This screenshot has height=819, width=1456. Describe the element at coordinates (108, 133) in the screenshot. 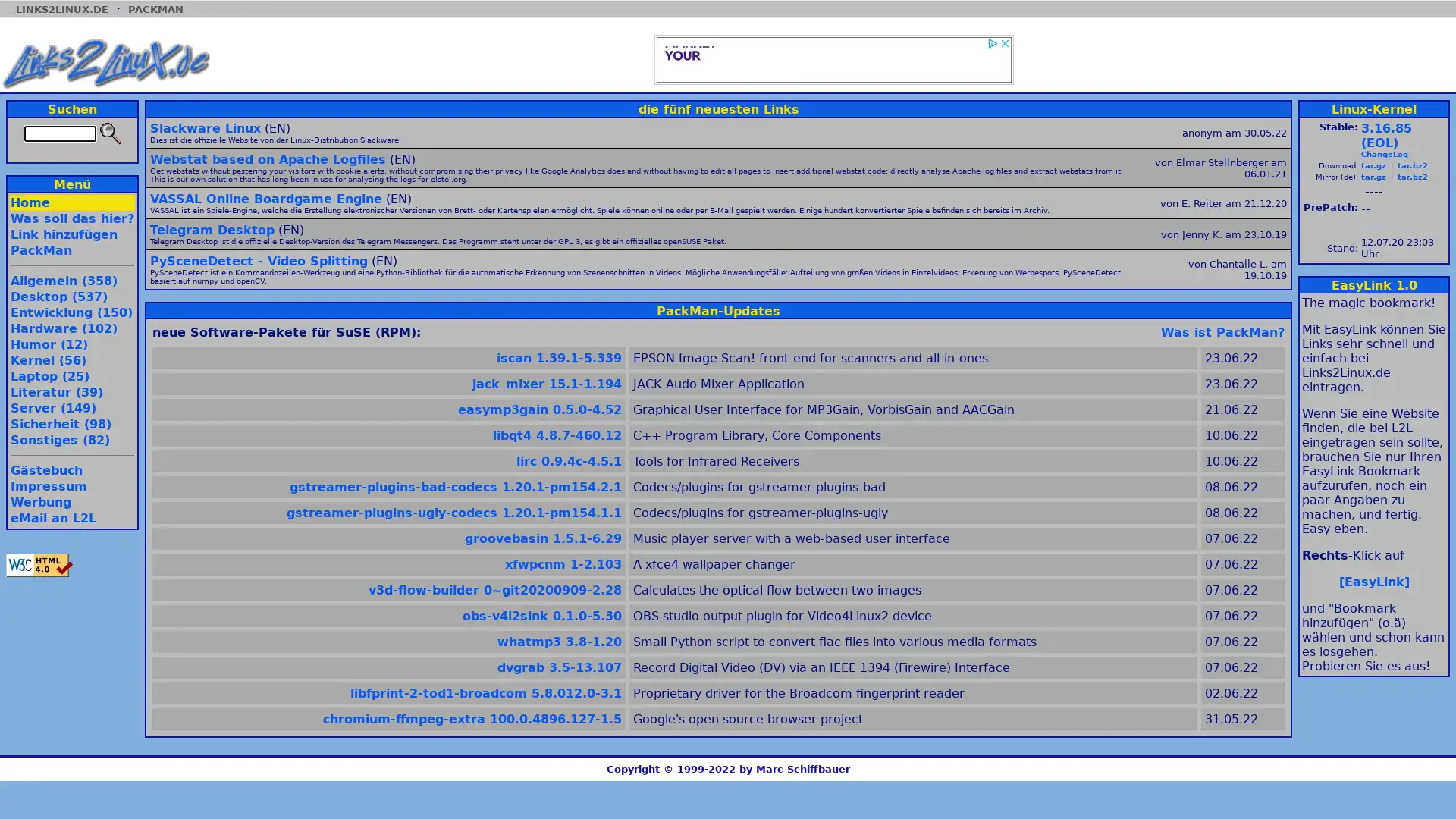

I see `suchen!` at that location.